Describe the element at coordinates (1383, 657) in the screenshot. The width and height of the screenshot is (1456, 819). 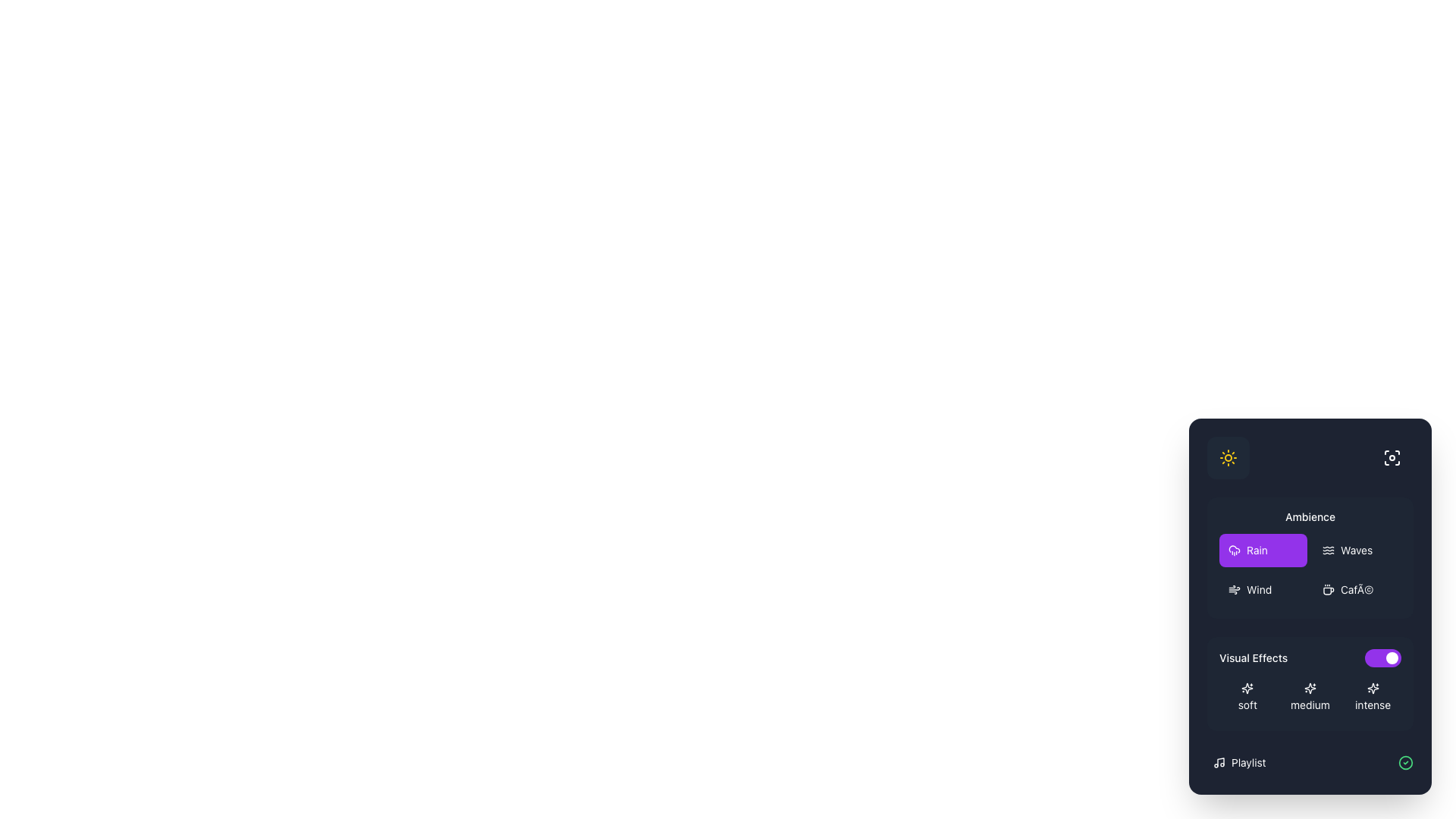
I see `the white circular knob of the toggle switch located on the right-hand side of the 'Visual Effects' section, which has a purple background and is styled with rounded corners` at that location.